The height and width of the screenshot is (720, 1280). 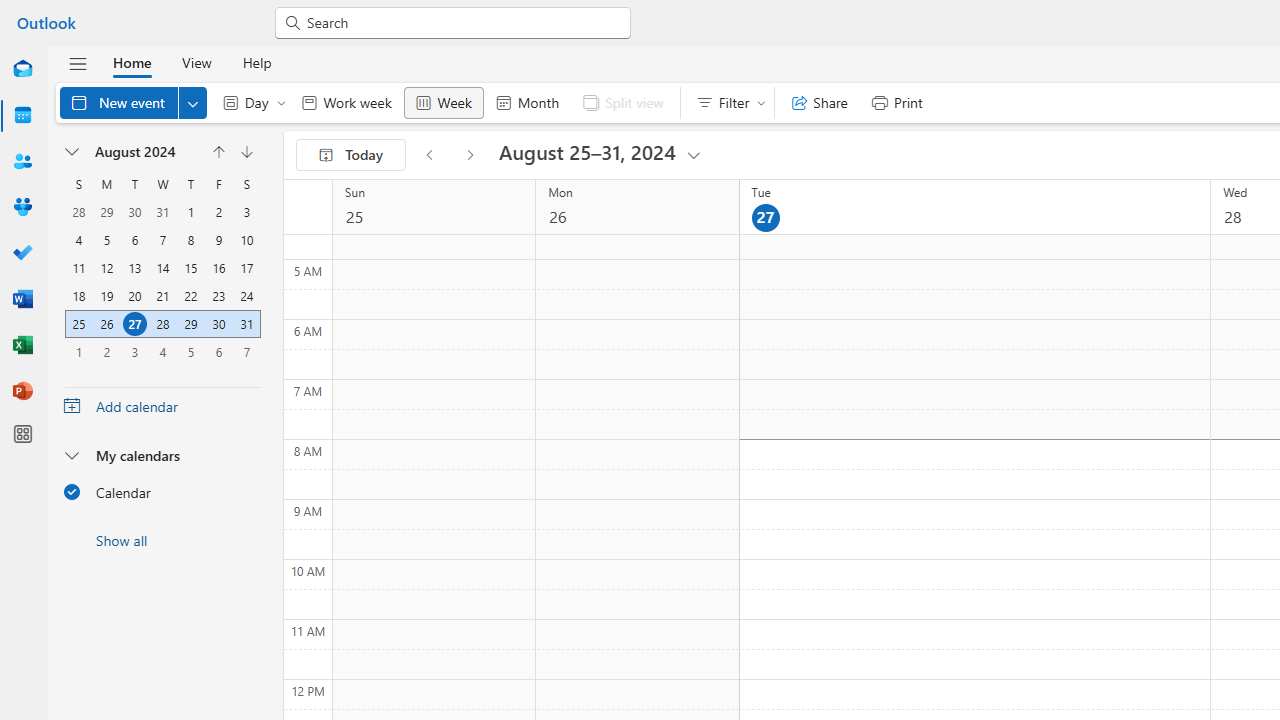 What do you see at coordinates (134, 239) in the screenshot?
I see `'6, August, 2024'` at bounding box center [134, 239].